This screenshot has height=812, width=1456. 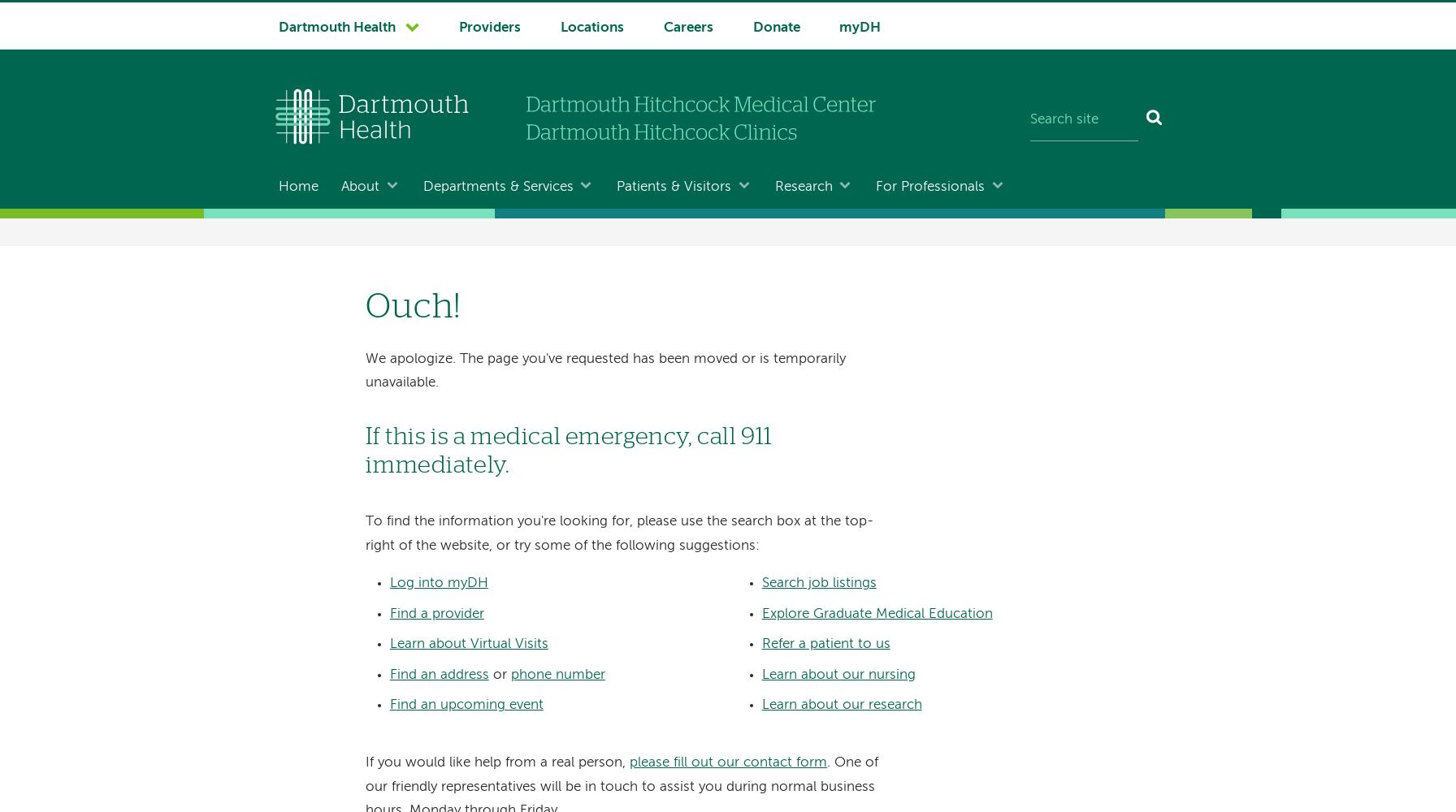 What do you see at coordinates (490, 283) in the screenshot?
I see `'Conditions & Treatments'` at bounding box center [490, 283].